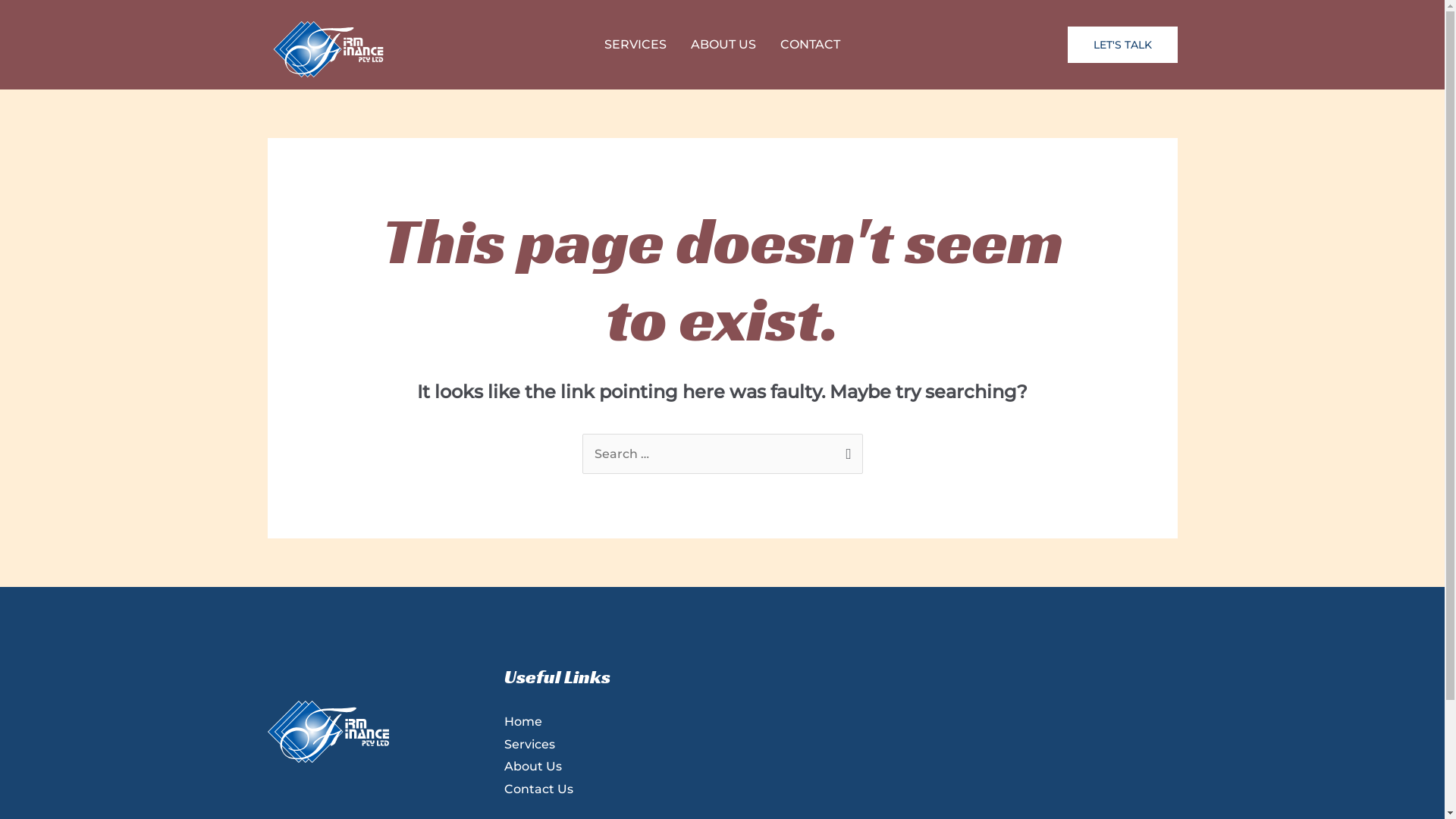 The image size is (1456, 819). What do you see at coordinates (504, 766) in the screenshot?
I see `'About Us'` at bounding box center [504, 766].